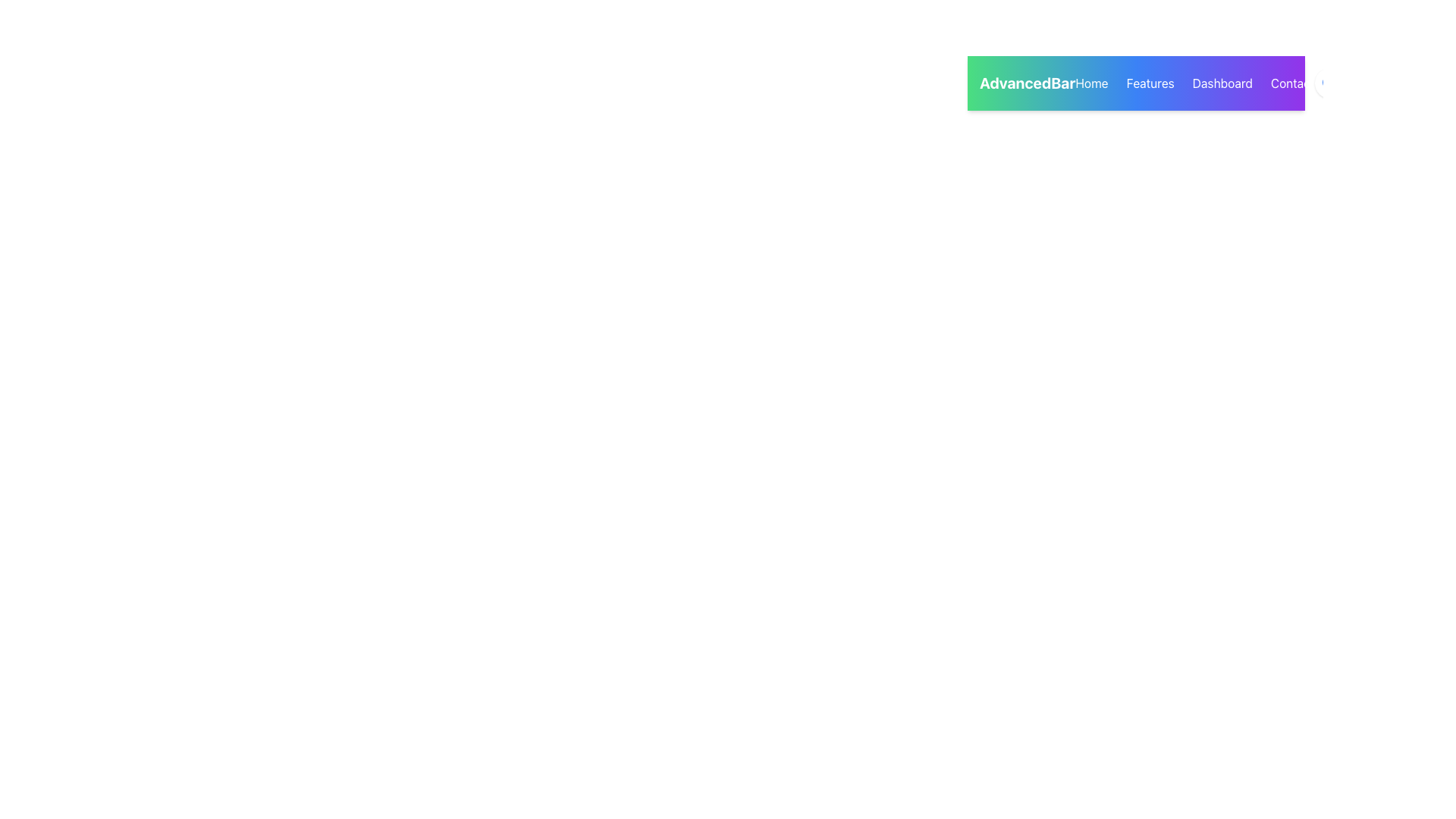  I want to click on the rightmost circular button in the group of blue buttons located at the far right of the top navigation bar, adjacent to the 'Contact' menu item, so click(1372, 83).